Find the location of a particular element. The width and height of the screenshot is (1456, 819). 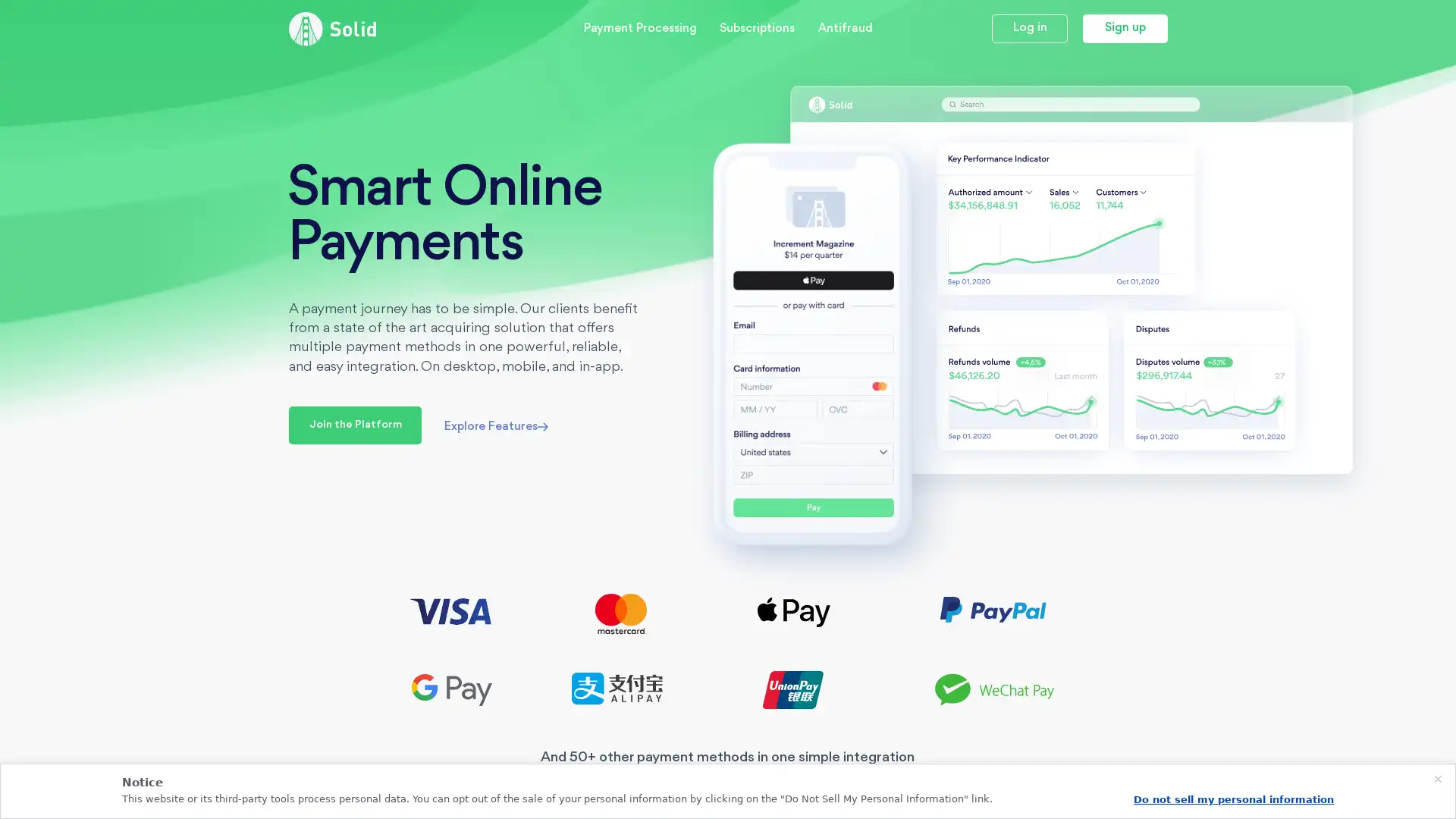

consent-close-icon is located at coordinates (1437, 780).